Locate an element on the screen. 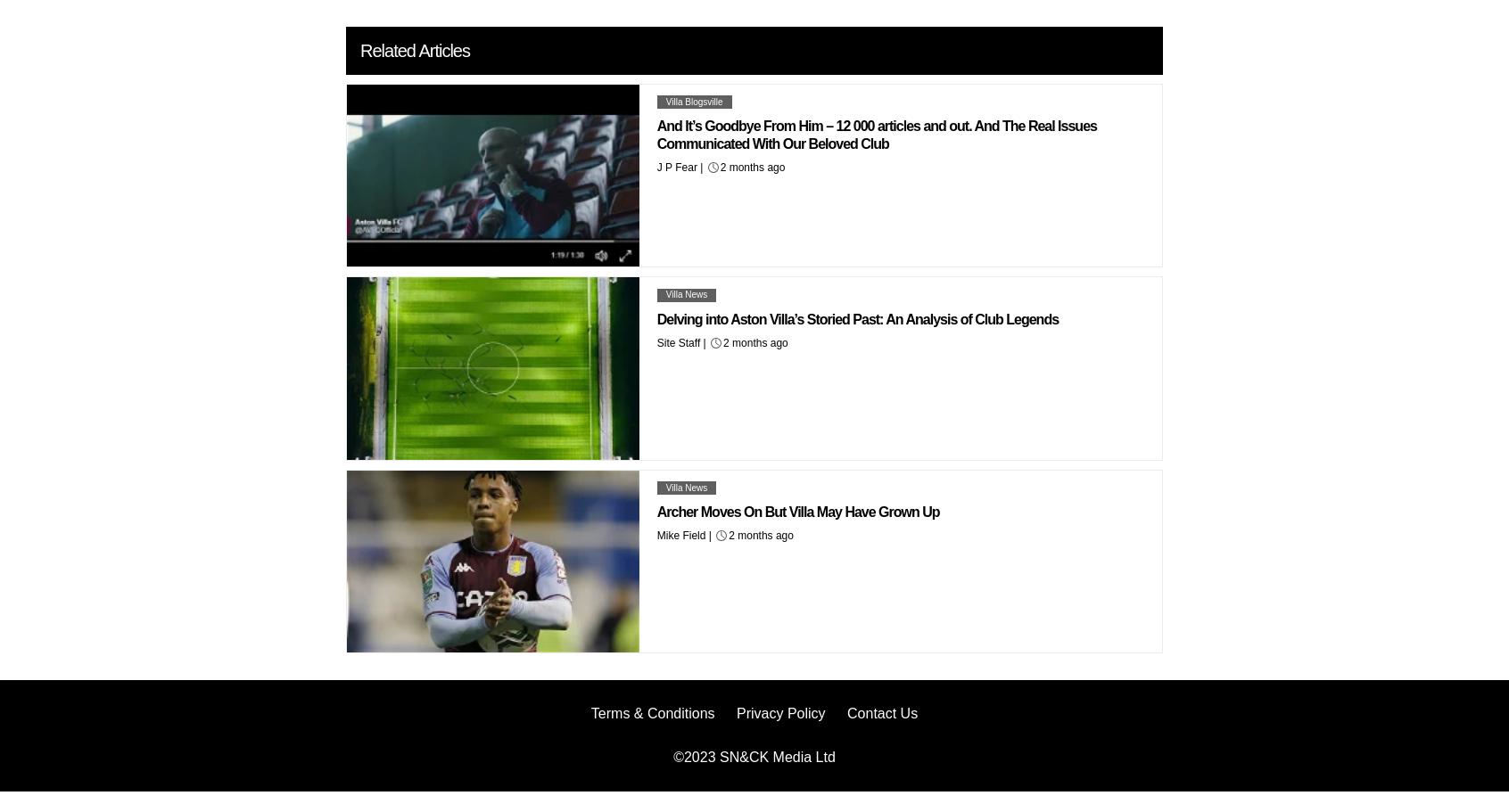 The height and width of the screenshot is (812, 1509). 'Mike Field' is located at coordinates (680, 534).